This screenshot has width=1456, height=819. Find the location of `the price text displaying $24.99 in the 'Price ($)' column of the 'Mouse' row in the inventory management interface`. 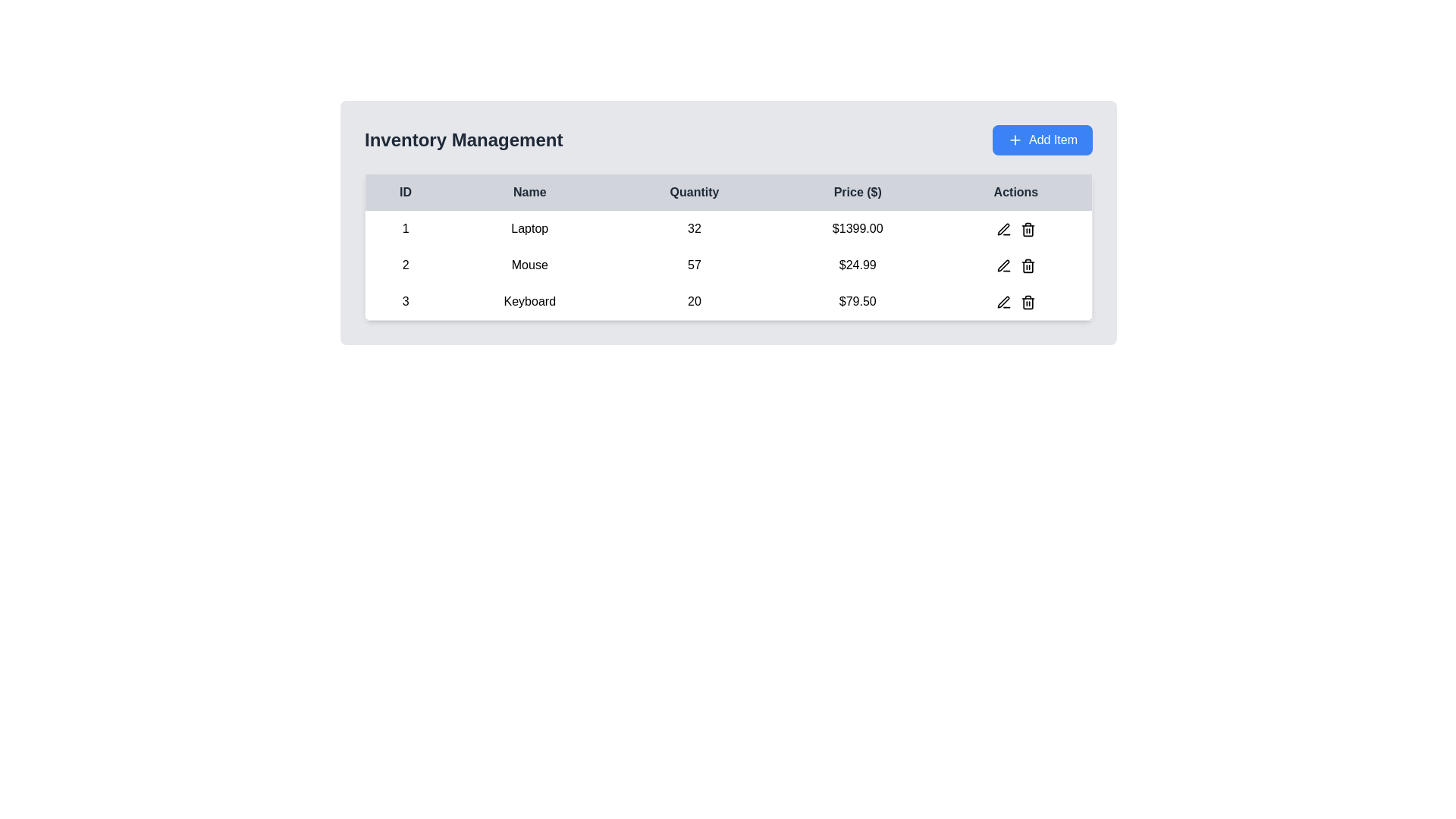

the price text displaying $24.99 in the 'Price ($)' column of the 'Mouse' row in the inventory management interface is located at coordinates (858, 265).